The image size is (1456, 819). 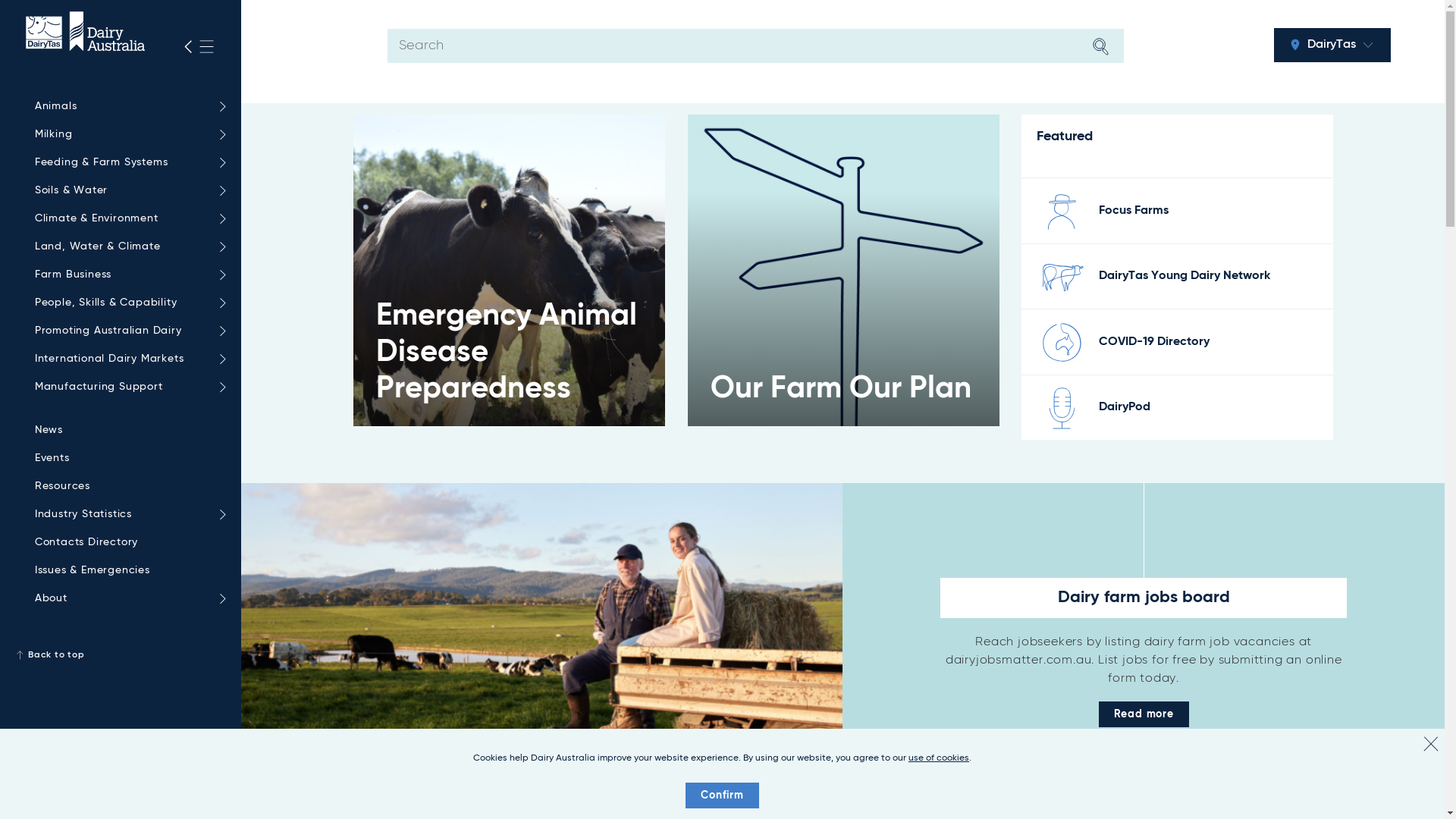 What do you see at coordinates (1125, 406) in the screenshot?
I see `'DairyPod'` at bounding box center [1125, 406].